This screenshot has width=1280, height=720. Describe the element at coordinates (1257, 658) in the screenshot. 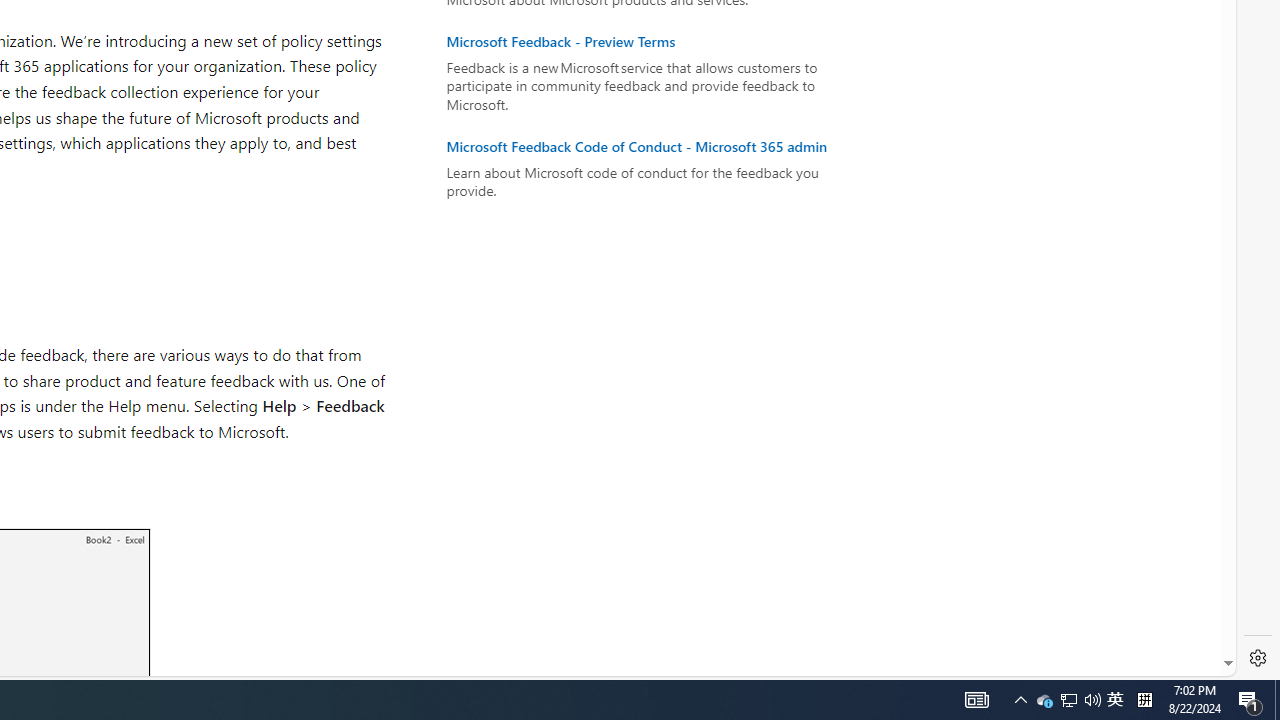

I see `'Settings'` at that location.